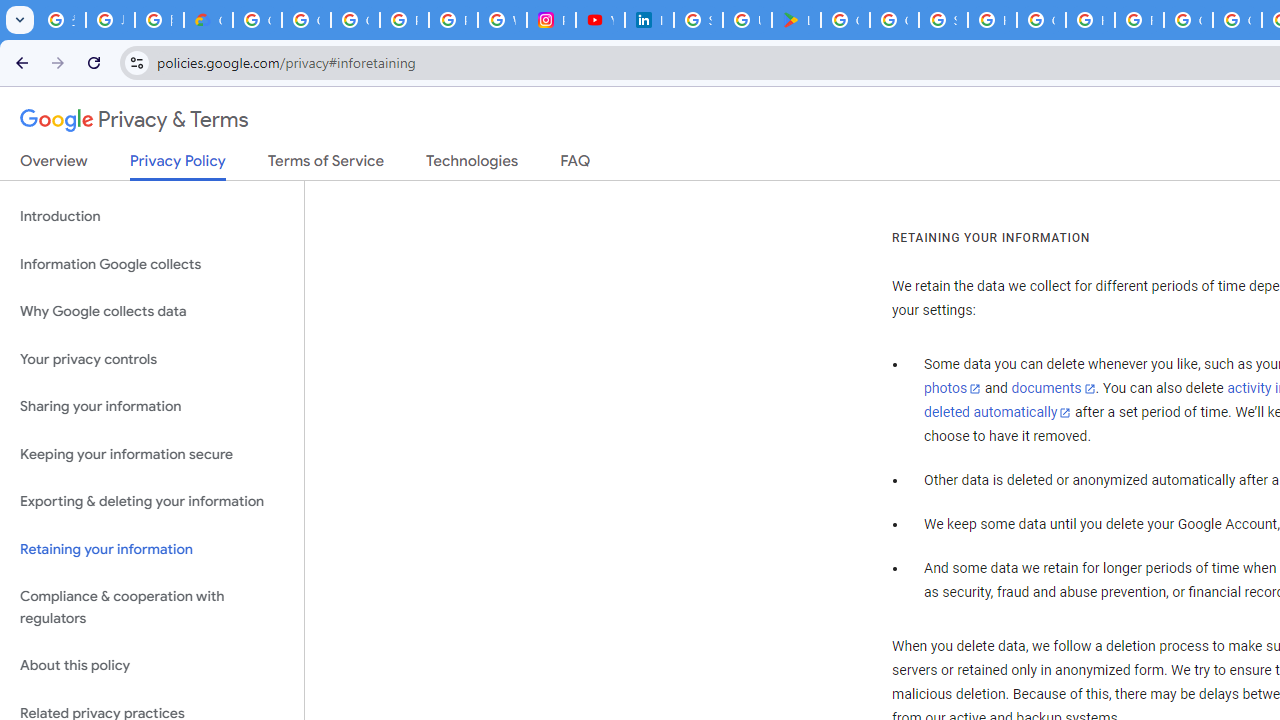 This screenshot has height=720, width=1280. What do you see at coordinates (326, 164) in the screenshot?
I see `'Terms of Service'` at bounding box center [326, 164].